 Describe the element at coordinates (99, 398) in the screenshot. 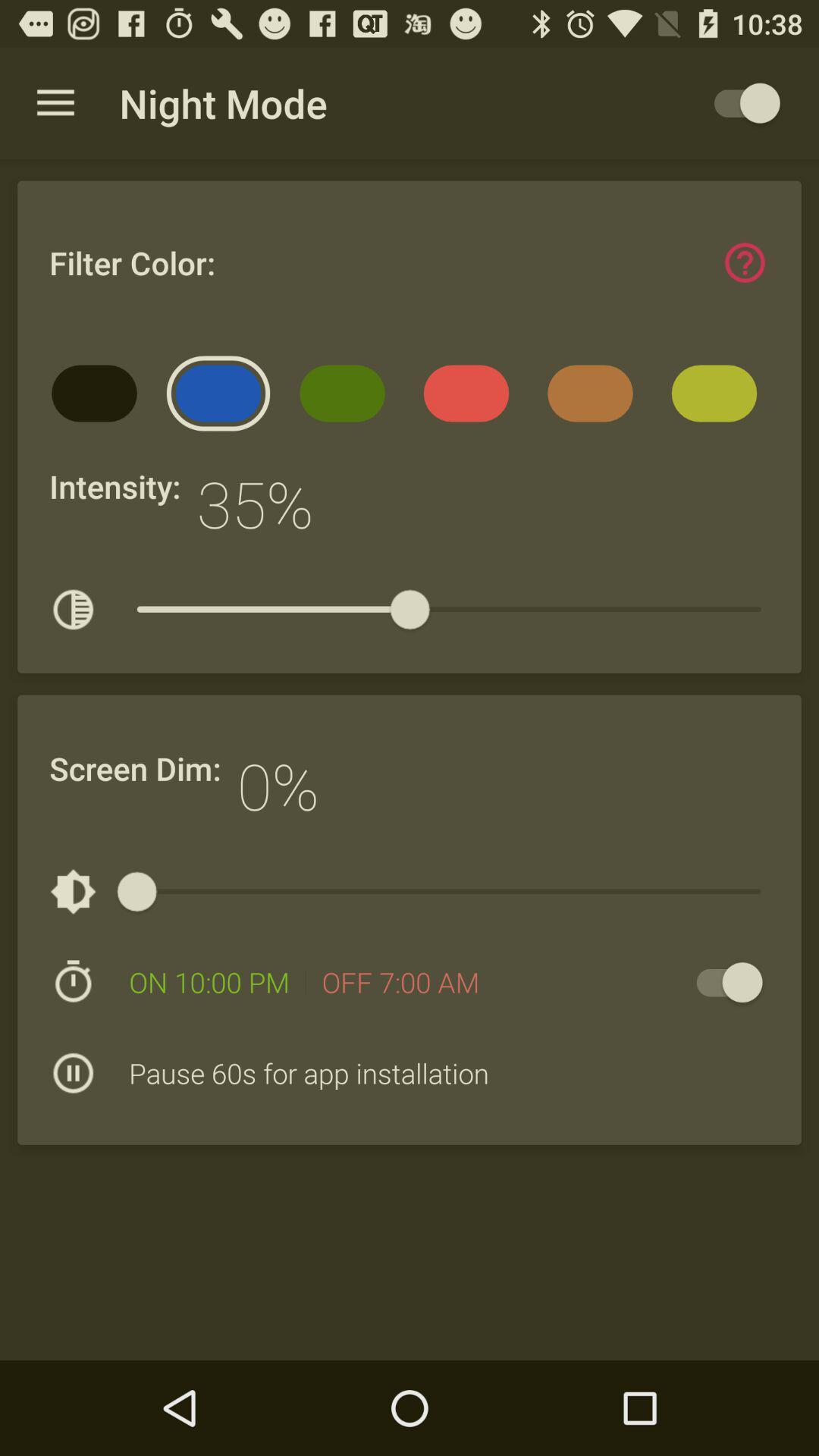

I see `the item above the intensity:` at that location.